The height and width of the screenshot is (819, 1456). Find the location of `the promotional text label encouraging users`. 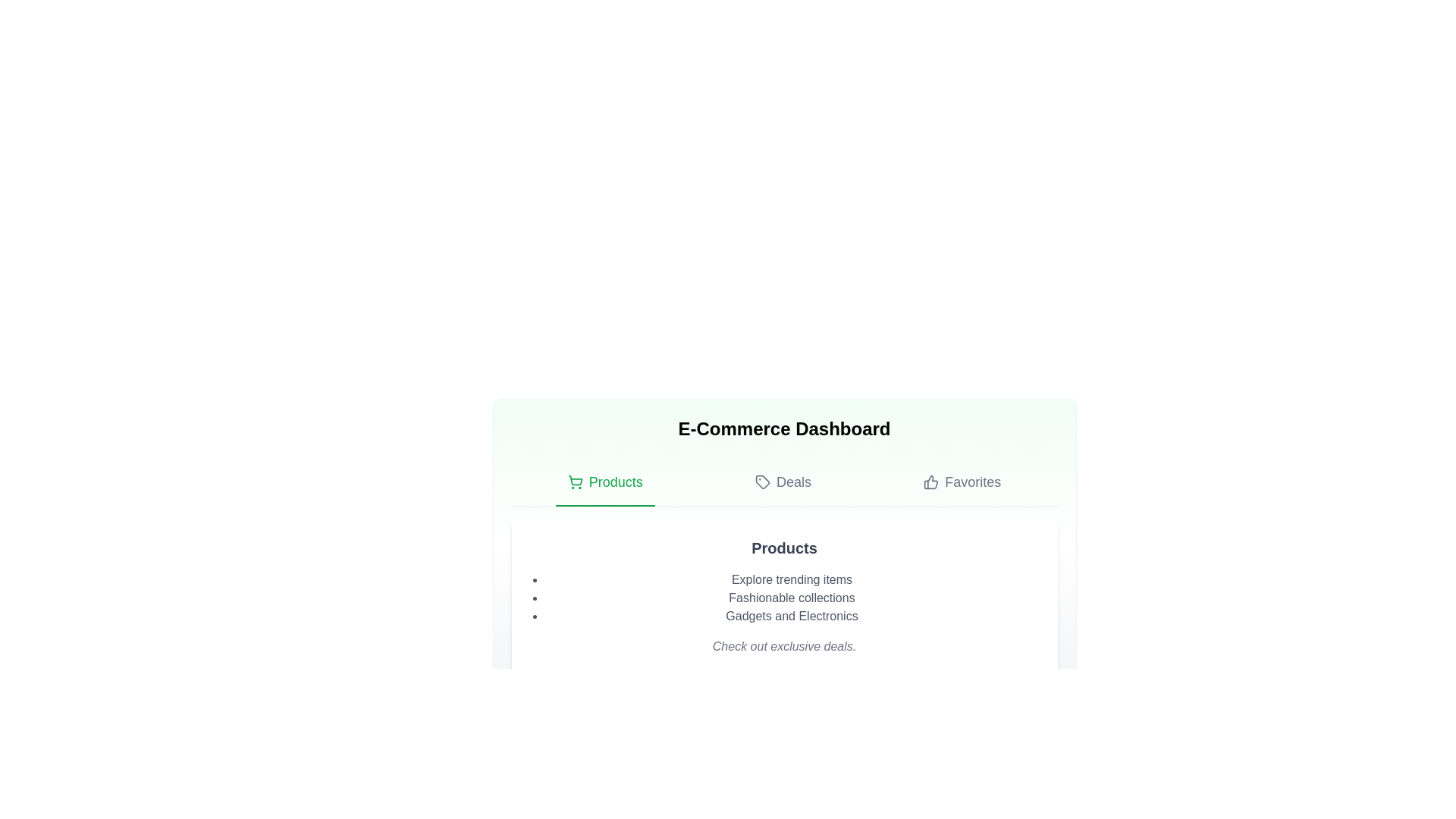

the promotional text label encouraging users is located at coordinates (784, 646).